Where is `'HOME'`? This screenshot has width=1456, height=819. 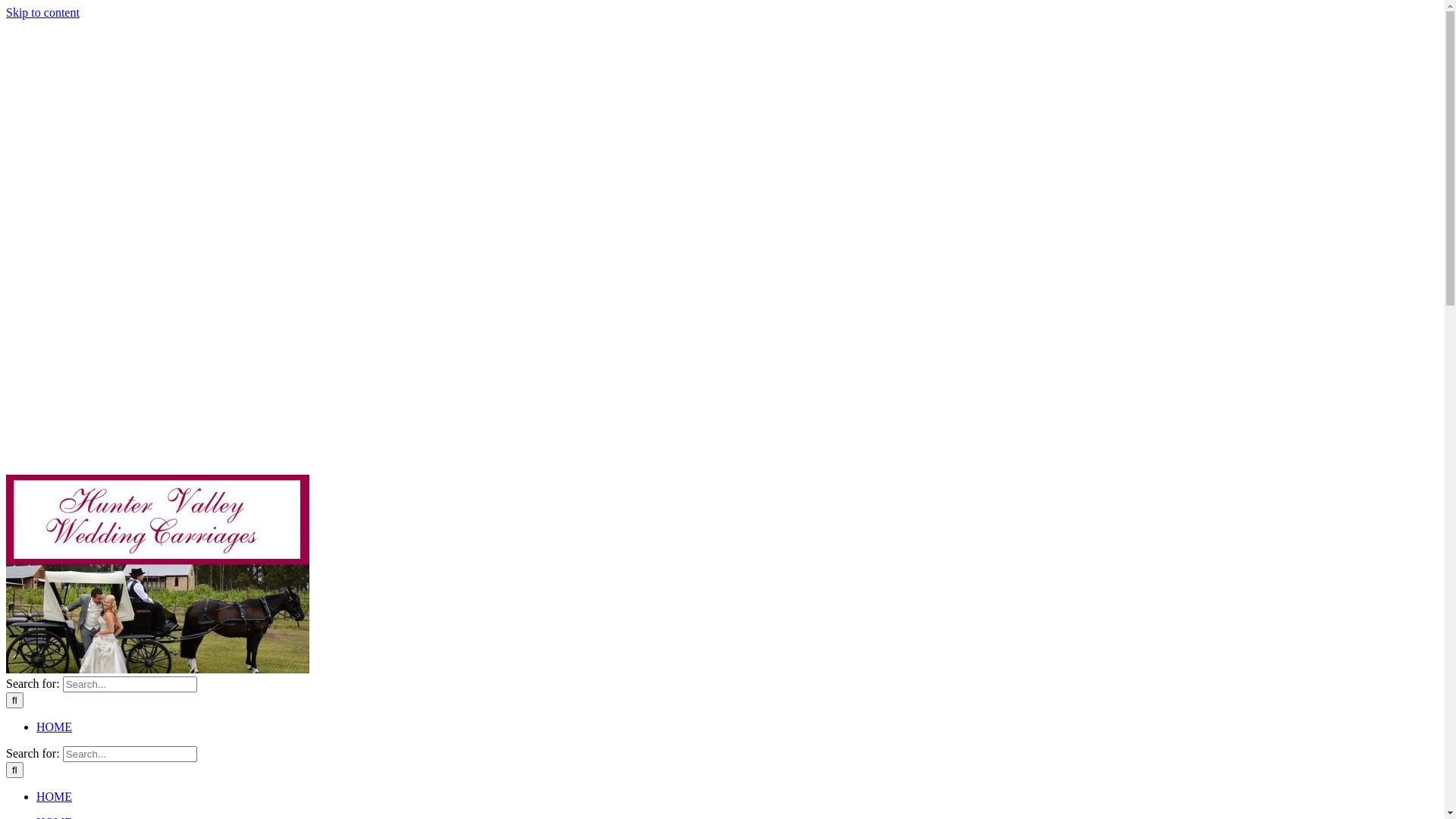
'HOME' is located at coordinates (61, 795).